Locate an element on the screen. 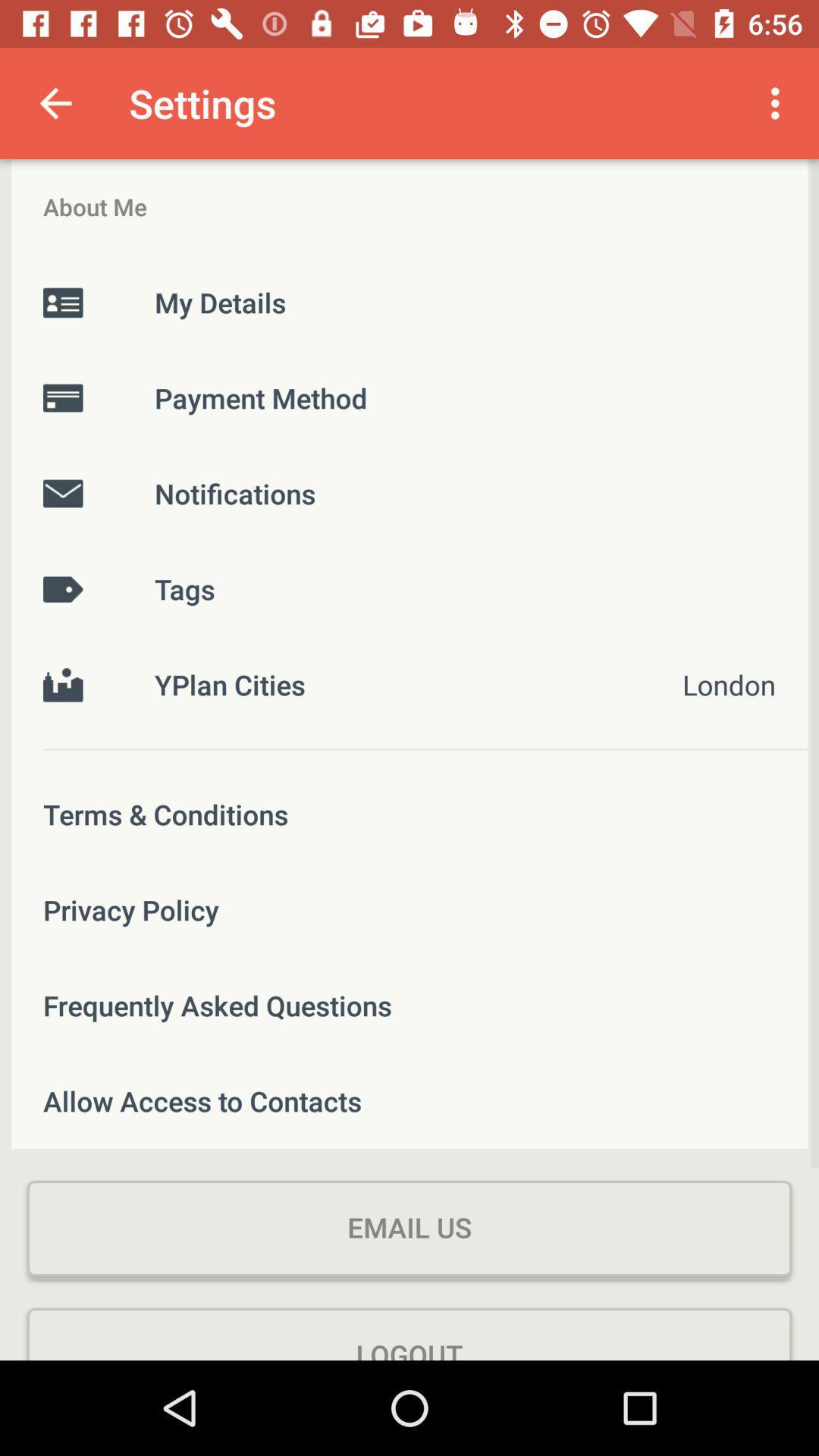  item above frequently asked questions icon is located at coordinates (409, 910).